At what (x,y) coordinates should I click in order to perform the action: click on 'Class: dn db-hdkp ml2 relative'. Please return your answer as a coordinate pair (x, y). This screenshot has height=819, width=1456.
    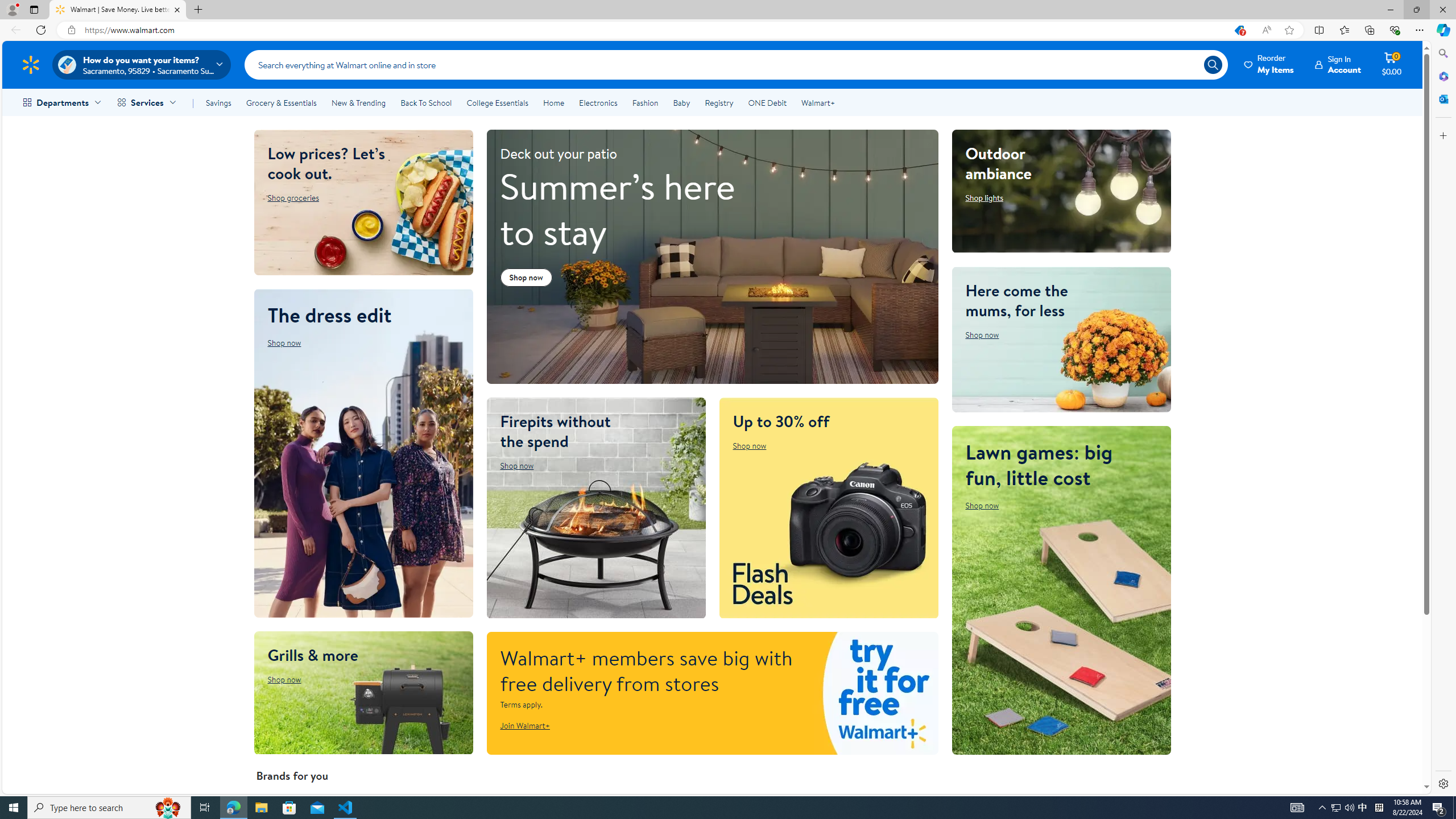
    Looking at the image, I should click on (1338, 64).